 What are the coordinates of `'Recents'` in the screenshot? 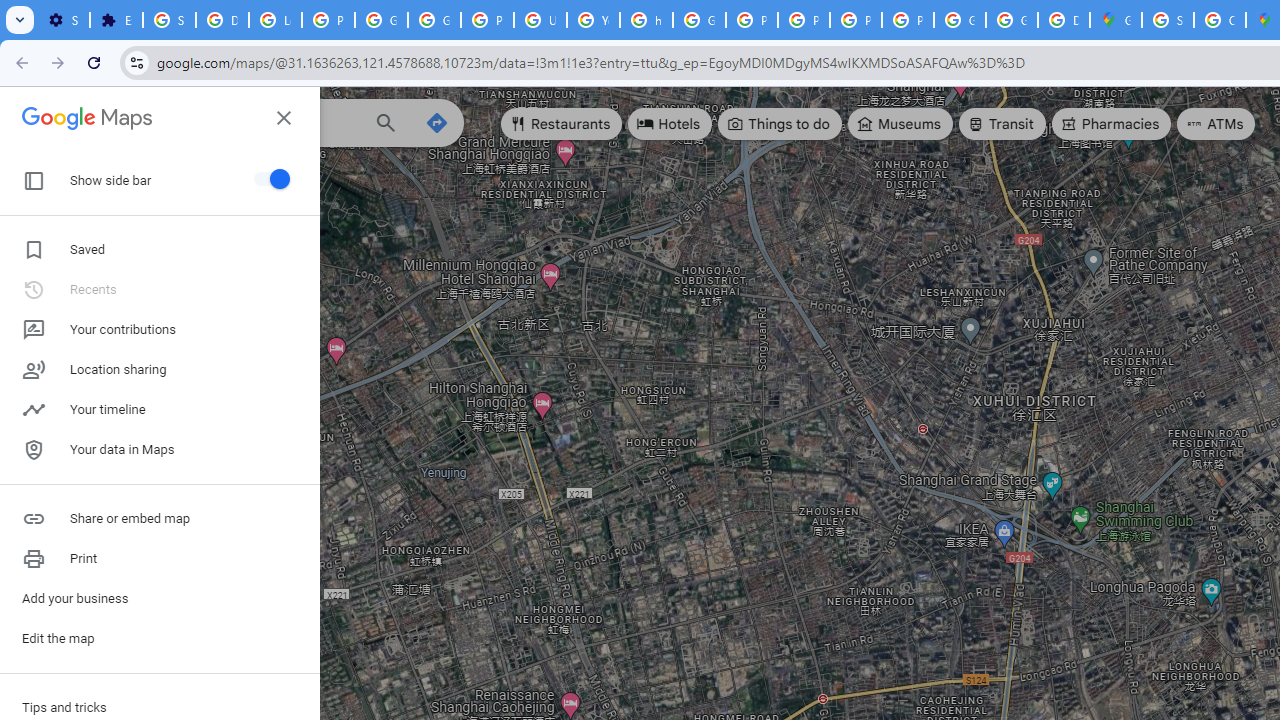 It's located at (160, 289).